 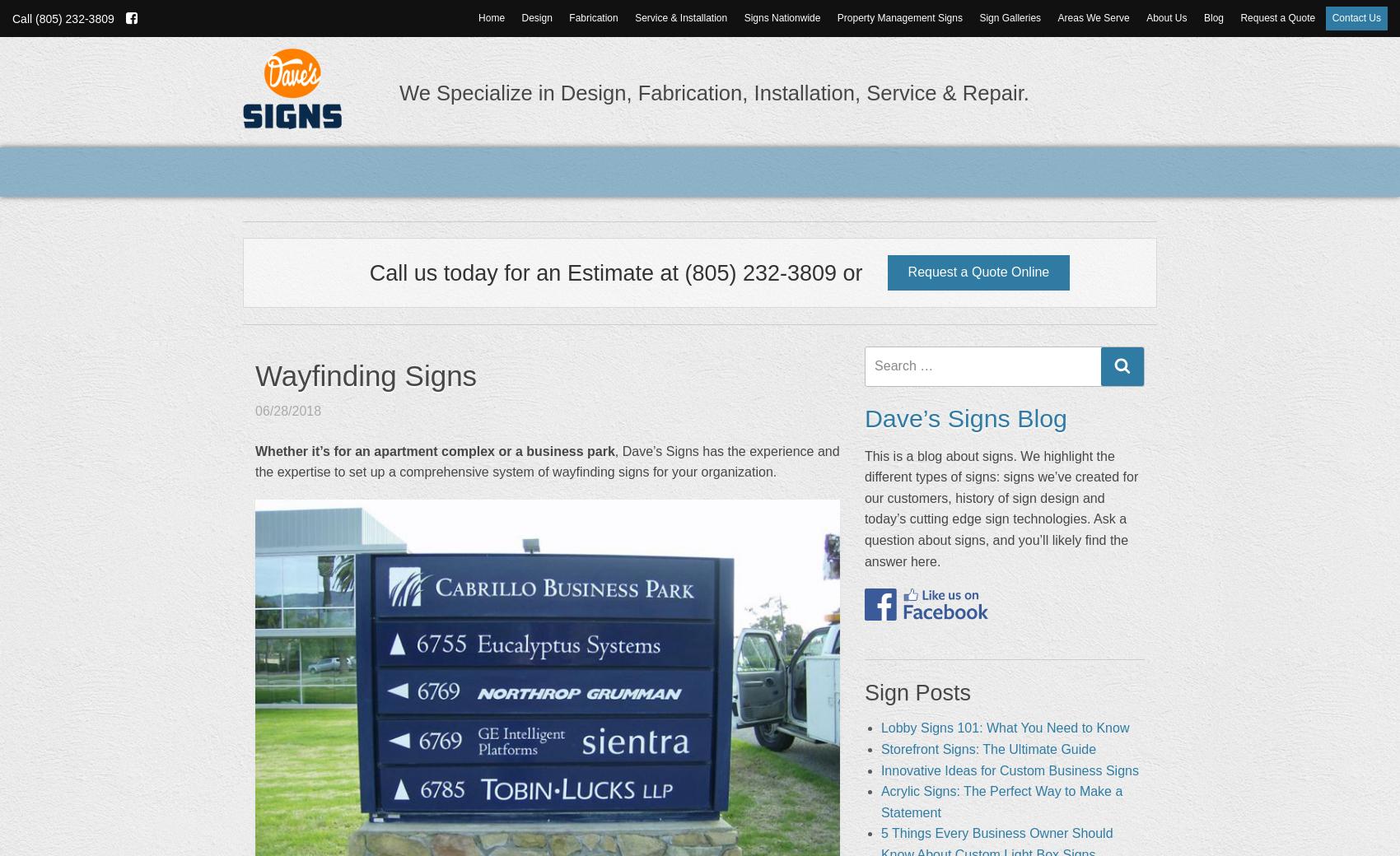 What do you see at coordinates (435, 449) in the screenshot?
I see `'Whether it’s for an apartment complex or a business park'` at bounding box center [435, 449].